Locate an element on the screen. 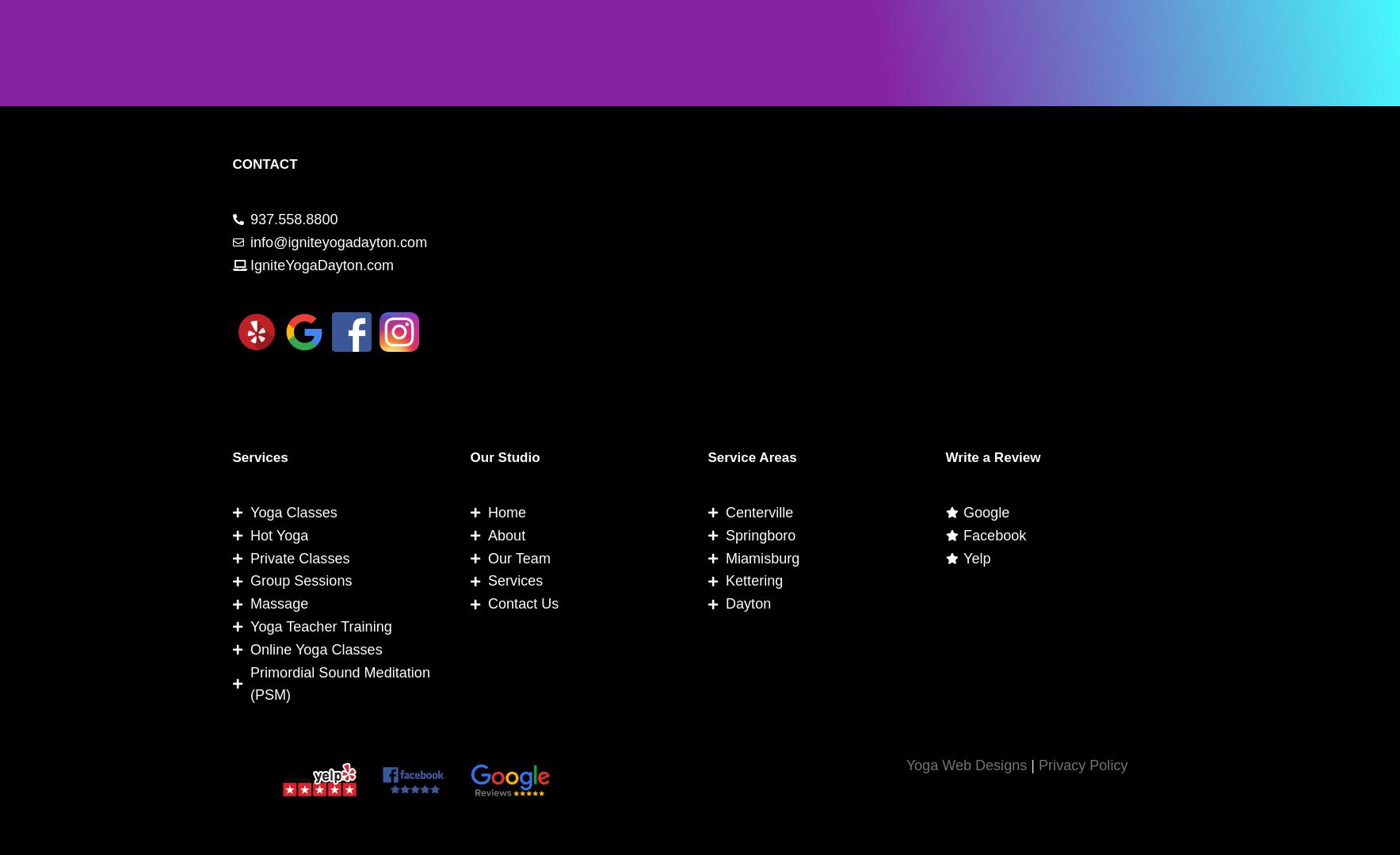 The width and height of the screenshot is (1400, 855). 'Yoga Teacher Training' is located at coordinates (320, 625).